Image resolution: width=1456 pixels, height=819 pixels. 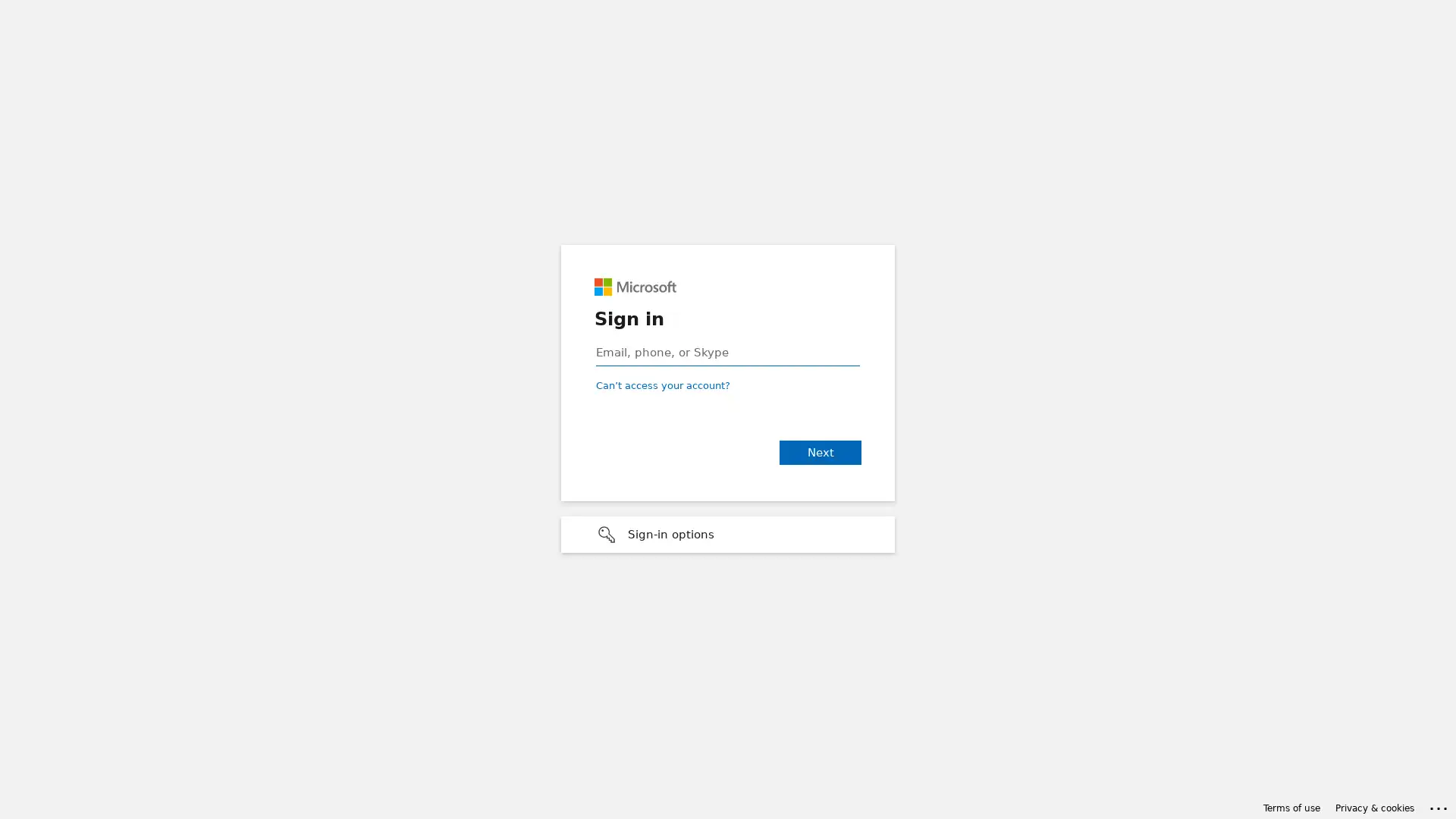 What do you see at coordinates (819, 452) in the screenshot?
I see `Next` at bounding box center [819, 452].